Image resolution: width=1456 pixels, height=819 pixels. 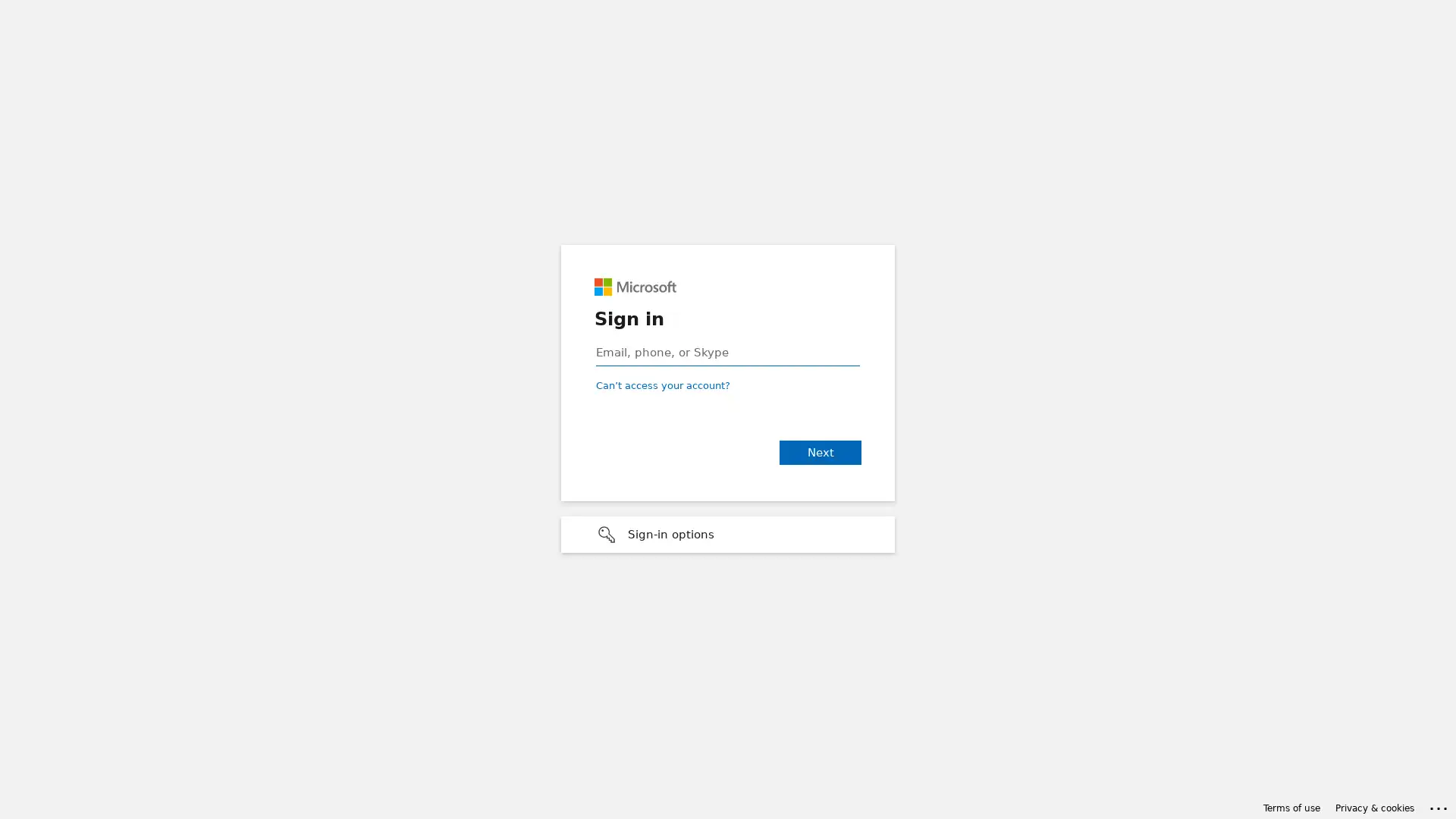 What do you see at coordinates (819, 452) in the screenshot?
I see `Next` at bounding box center [819, 452].